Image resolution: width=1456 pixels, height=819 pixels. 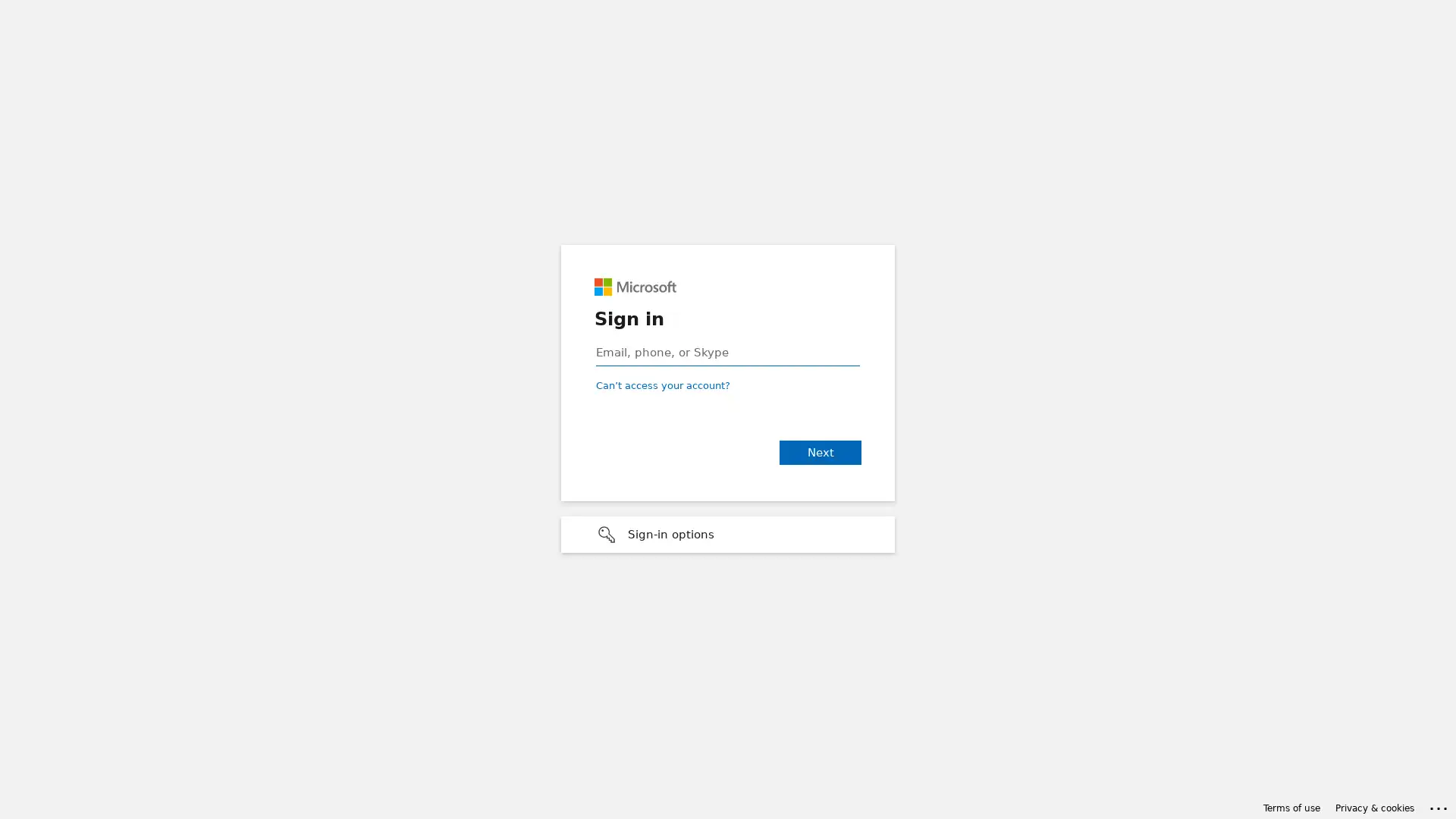 What do you see at coordinates (819, 452) in the screenshot?
I see `Next` at bounding box center [819, 452].